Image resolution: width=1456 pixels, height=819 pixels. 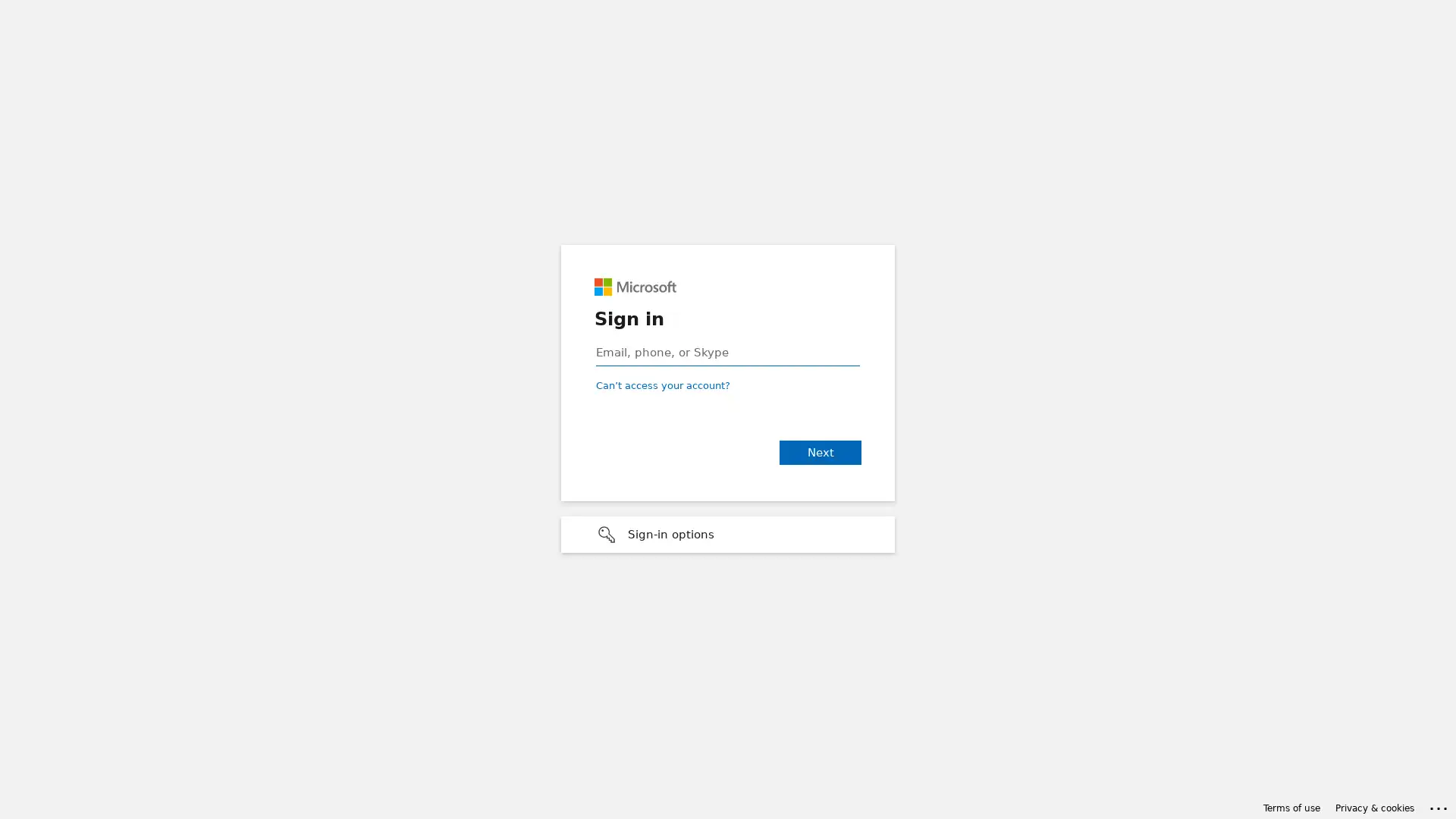 What do you see at coordinates (819, 452) in the screenshot?
I see `Next` at bounding box center [819, 452].